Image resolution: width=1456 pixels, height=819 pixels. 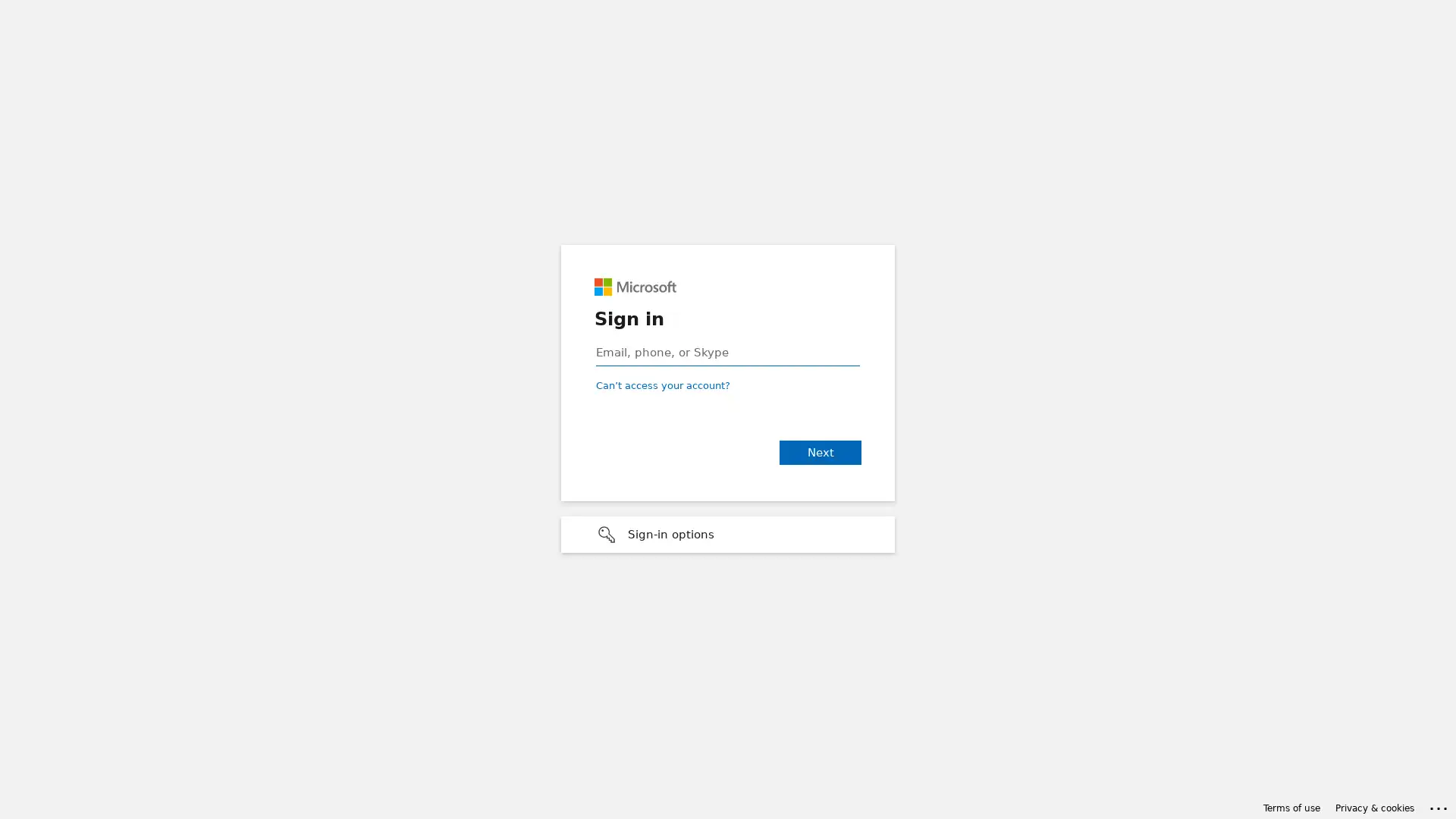 What do you see at coordinates (819, 452) in the screenshot?
I see `Next` at bounding box center [819, 452].